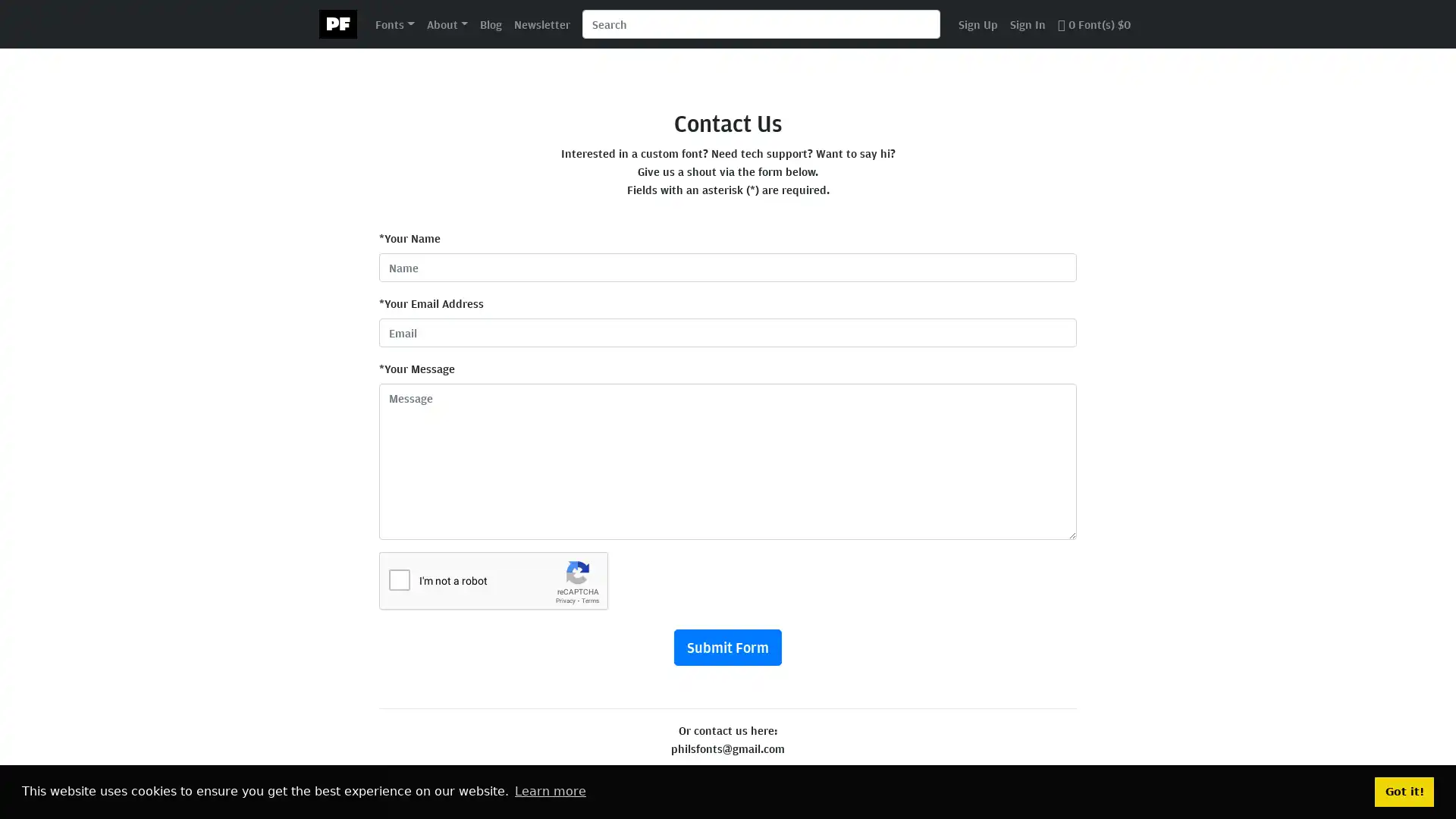 The height and width of the screenshot is (819, 1456). I want to click on dismiss cookie message, so click(1404, 791).